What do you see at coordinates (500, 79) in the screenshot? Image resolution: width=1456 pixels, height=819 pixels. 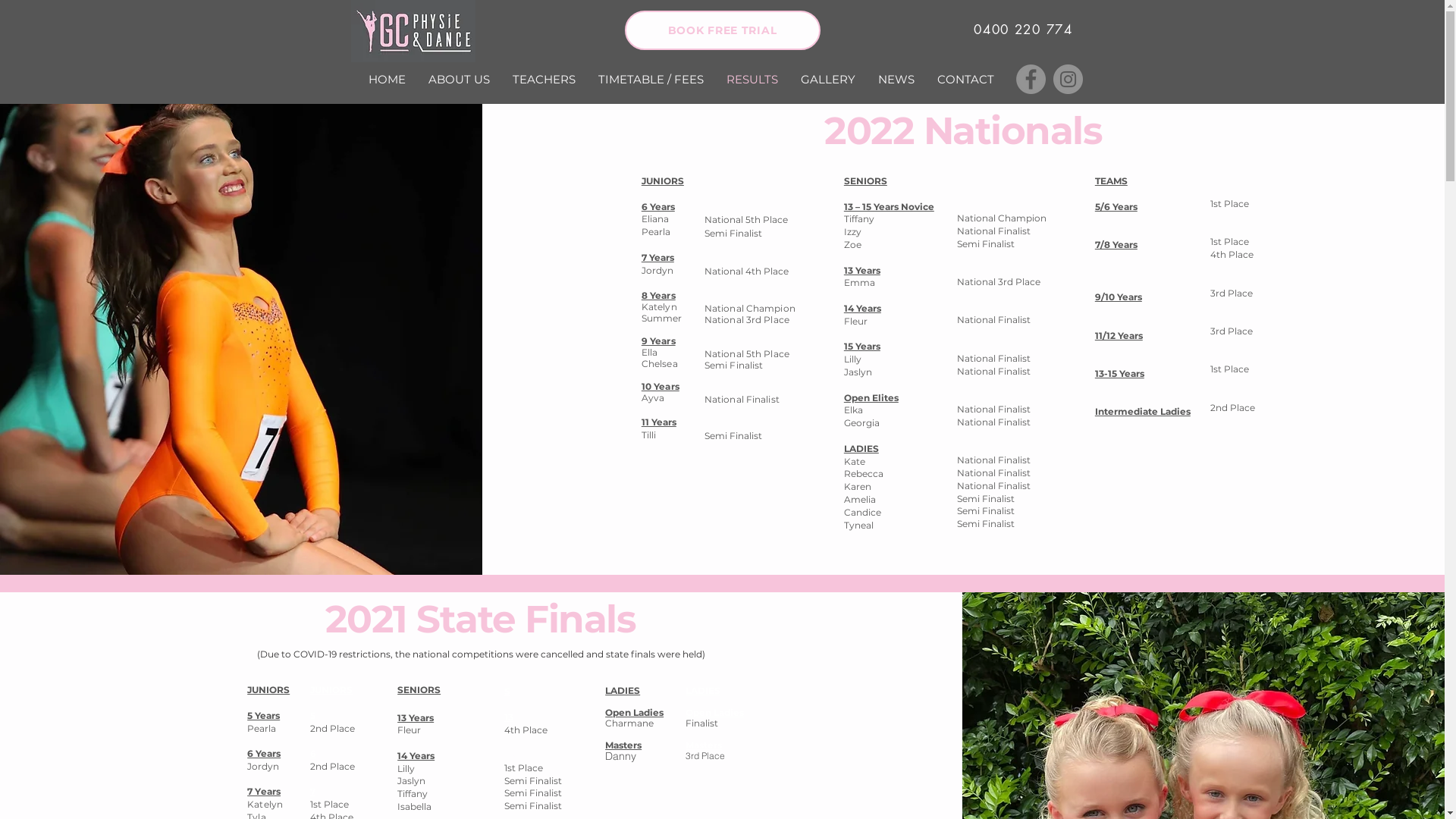 I see `'TEACHERS'` at bounding box center [500, 79].